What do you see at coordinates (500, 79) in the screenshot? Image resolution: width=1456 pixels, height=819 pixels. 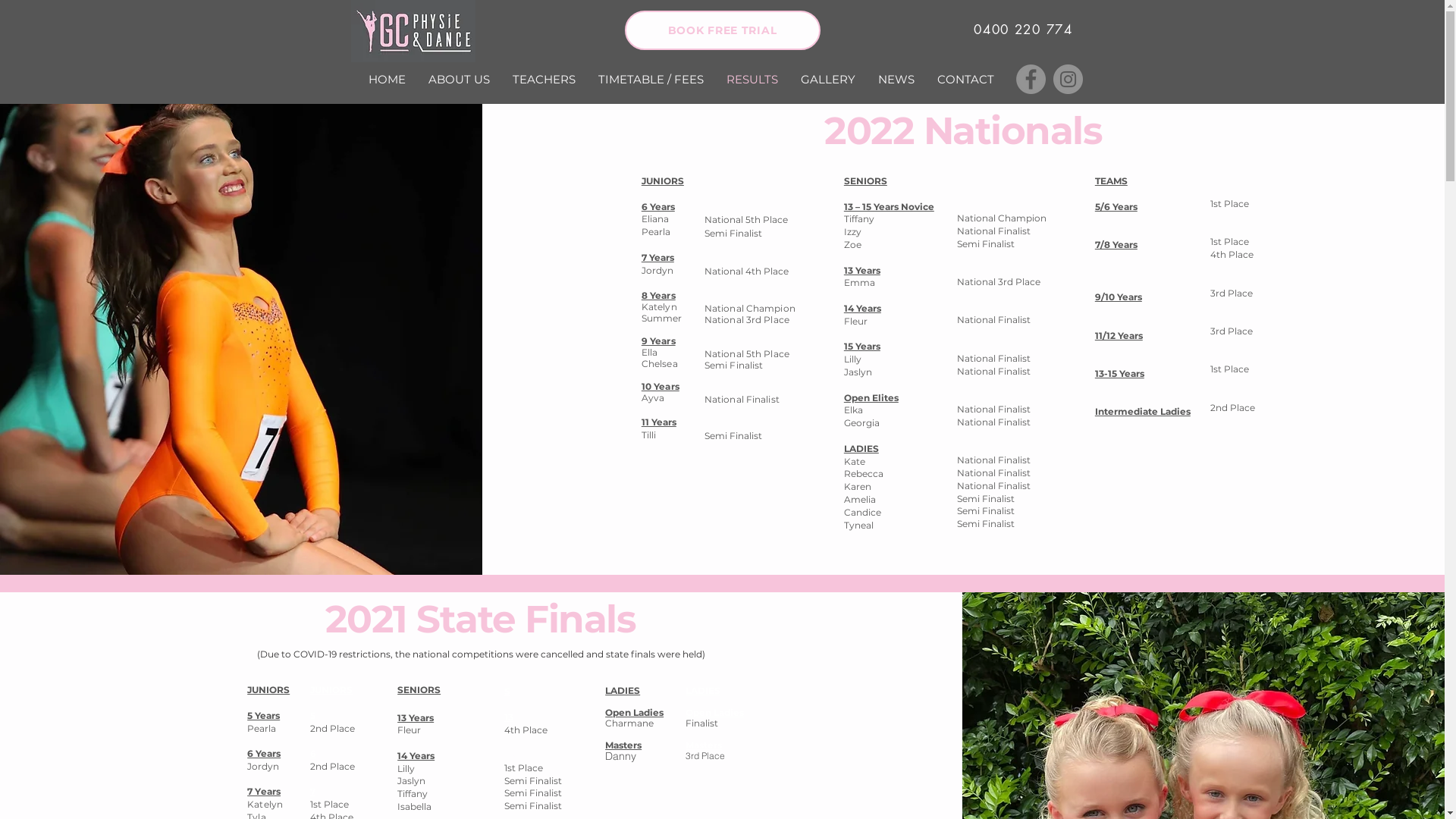 I see `'TEACHERS'` at bounding box center [500, 79].